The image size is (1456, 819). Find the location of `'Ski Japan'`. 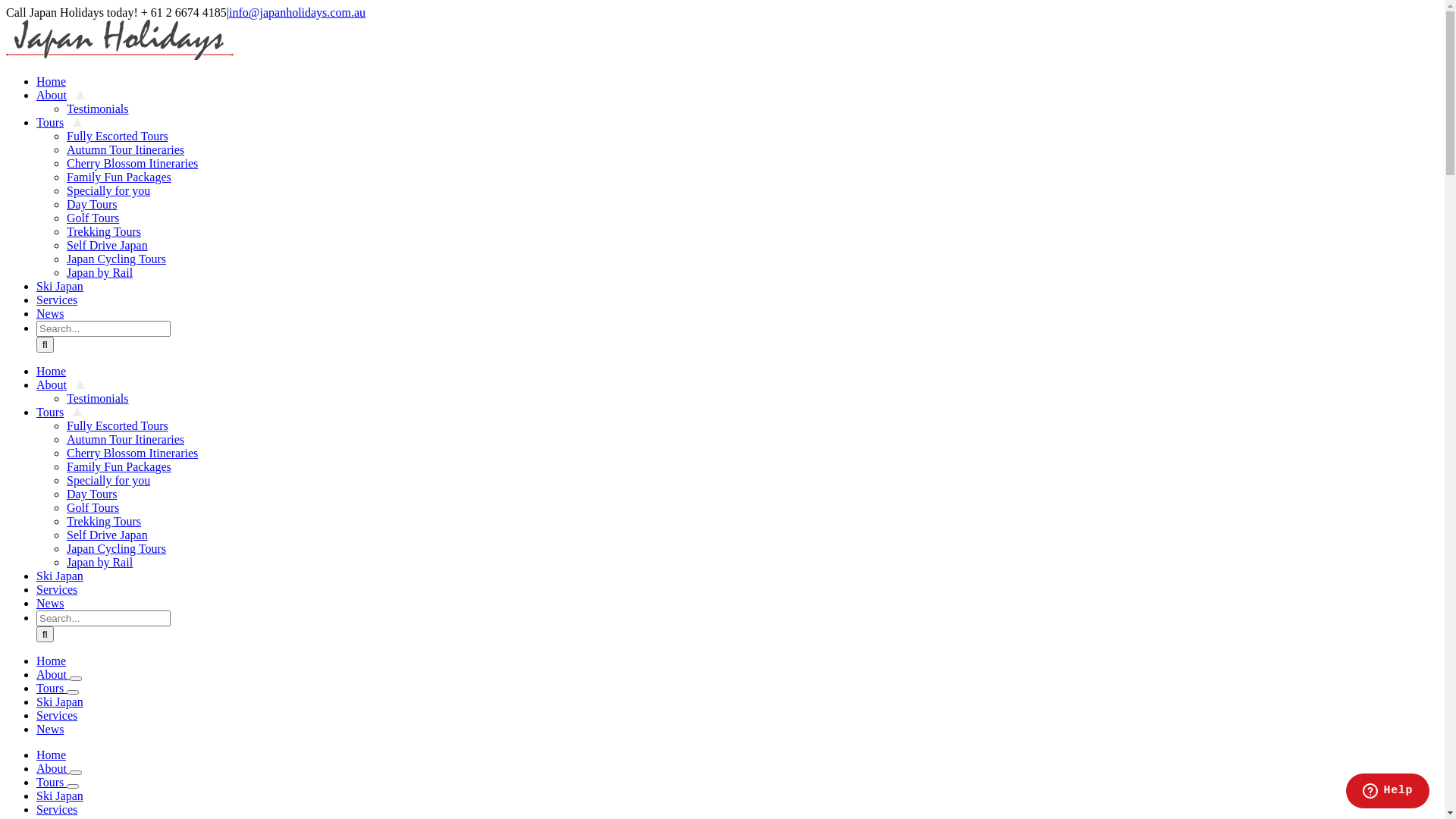

'Ski Japan' is located at coordinates (59, 795).